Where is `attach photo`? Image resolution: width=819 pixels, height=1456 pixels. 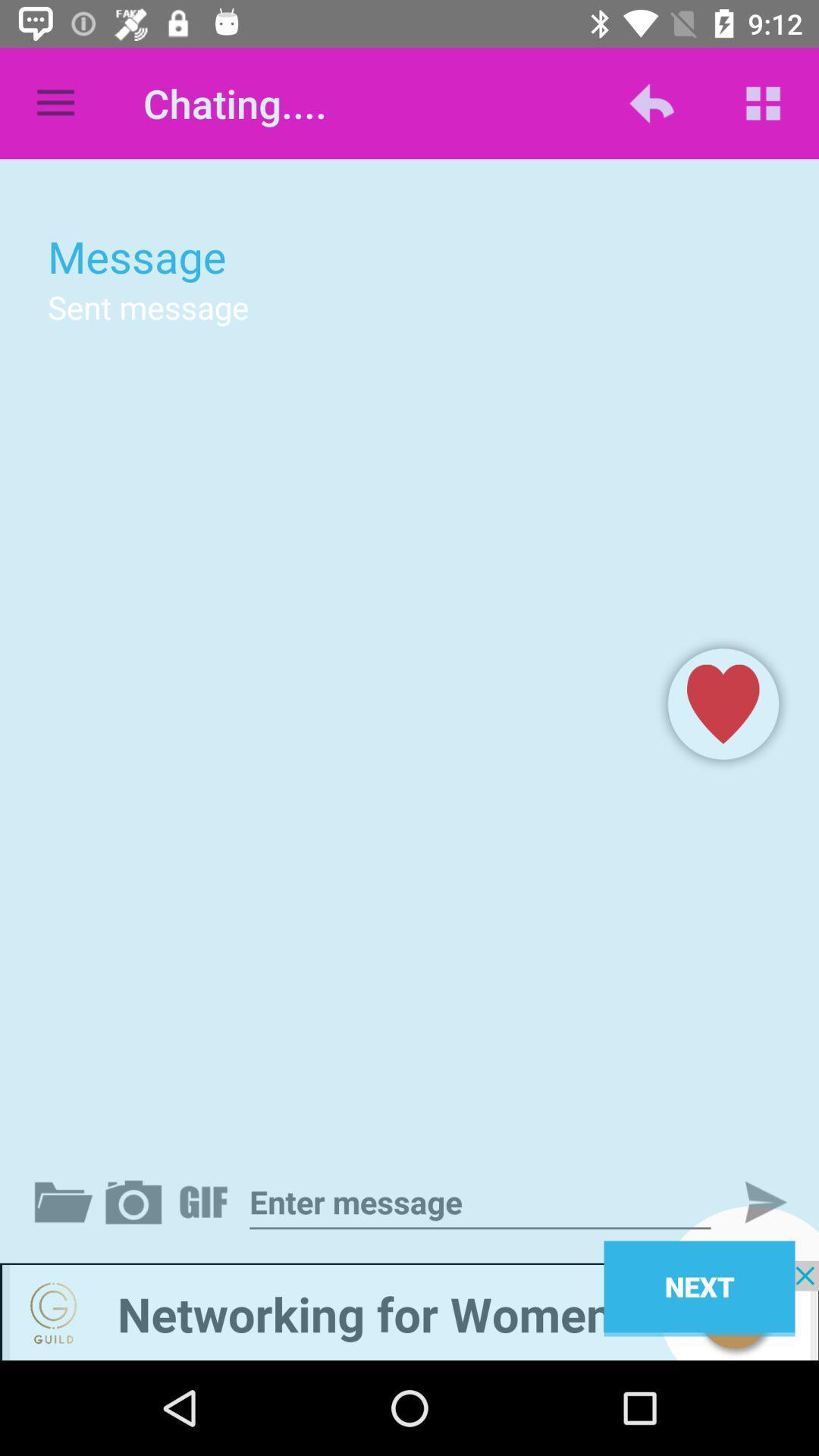
attach photo is located at coordinates (136, 1201).